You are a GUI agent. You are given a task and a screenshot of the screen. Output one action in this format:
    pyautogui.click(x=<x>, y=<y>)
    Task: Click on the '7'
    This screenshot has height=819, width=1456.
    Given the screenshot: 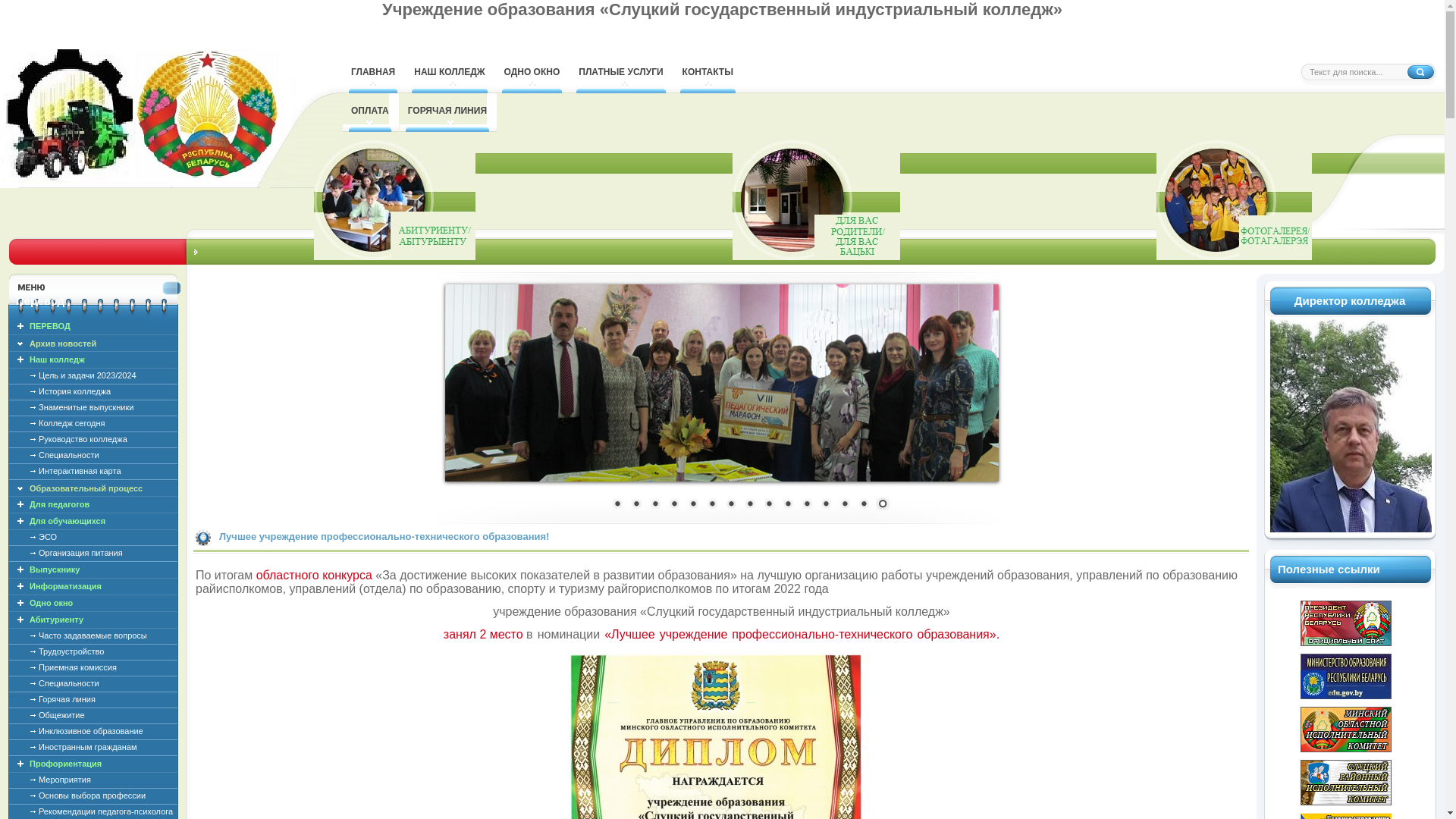 What is the action you would take?
    pyautogui.click(x=730, y=505)
    